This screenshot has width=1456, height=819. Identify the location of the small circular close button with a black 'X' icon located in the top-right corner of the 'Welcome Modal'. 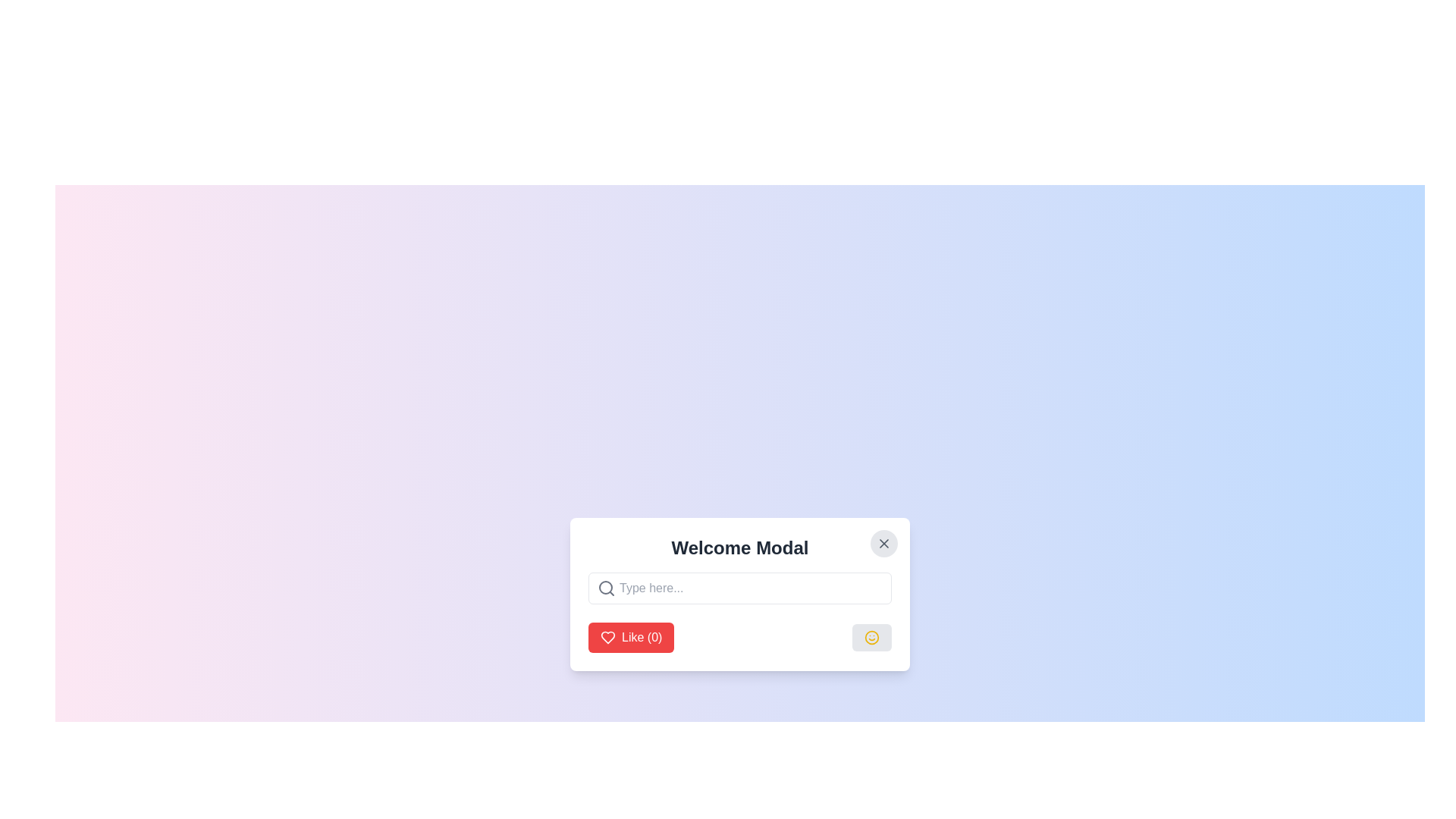
(884, 543).